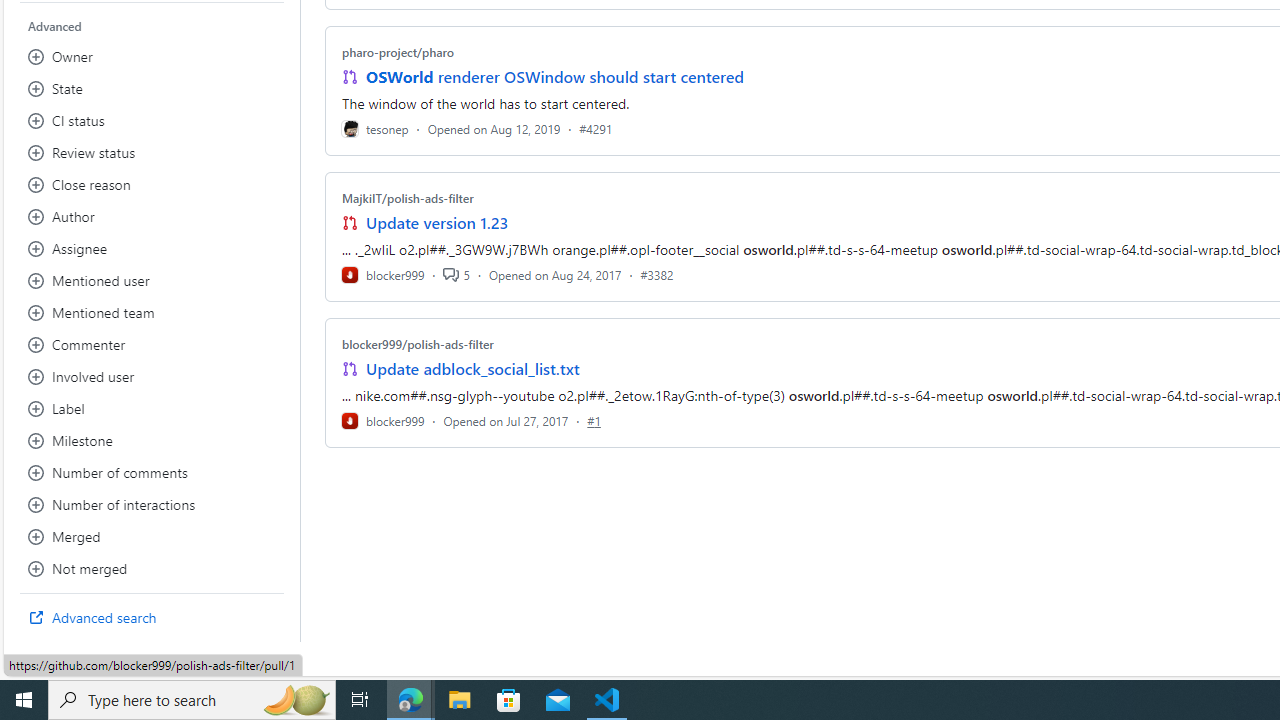 The width and height of the screenshot is (1280, 720). What do you see at coordinates (406, 198) in the screenshot?
I see `'MajkiIT/polish-ads-filter'` at bounding box center [406, 198].